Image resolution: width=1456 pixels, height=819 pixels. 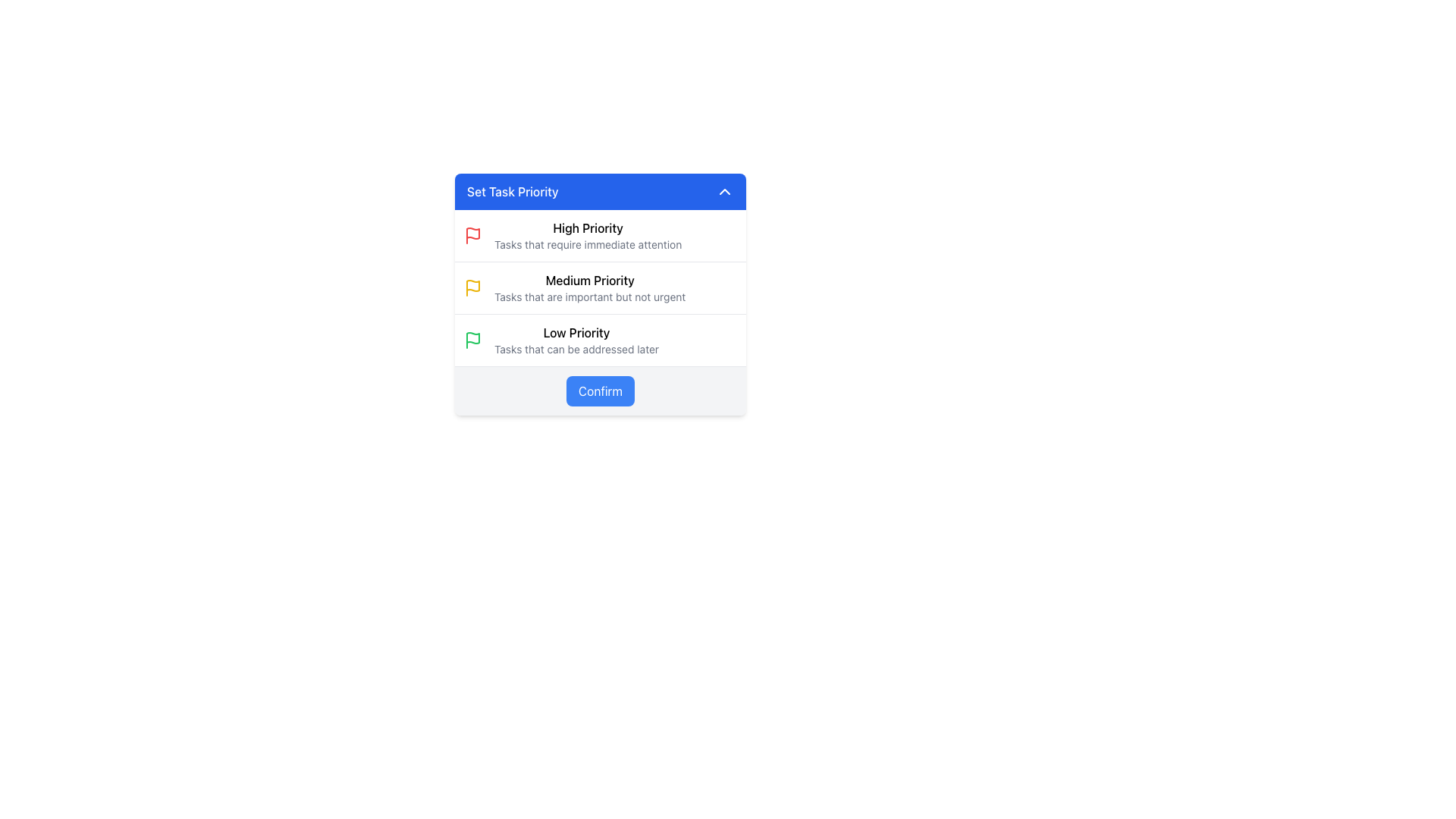 I want to click on the first item in the vertical list of task priority options within the 'Set Task Priority' dialog box, so click(x=600, y=236).